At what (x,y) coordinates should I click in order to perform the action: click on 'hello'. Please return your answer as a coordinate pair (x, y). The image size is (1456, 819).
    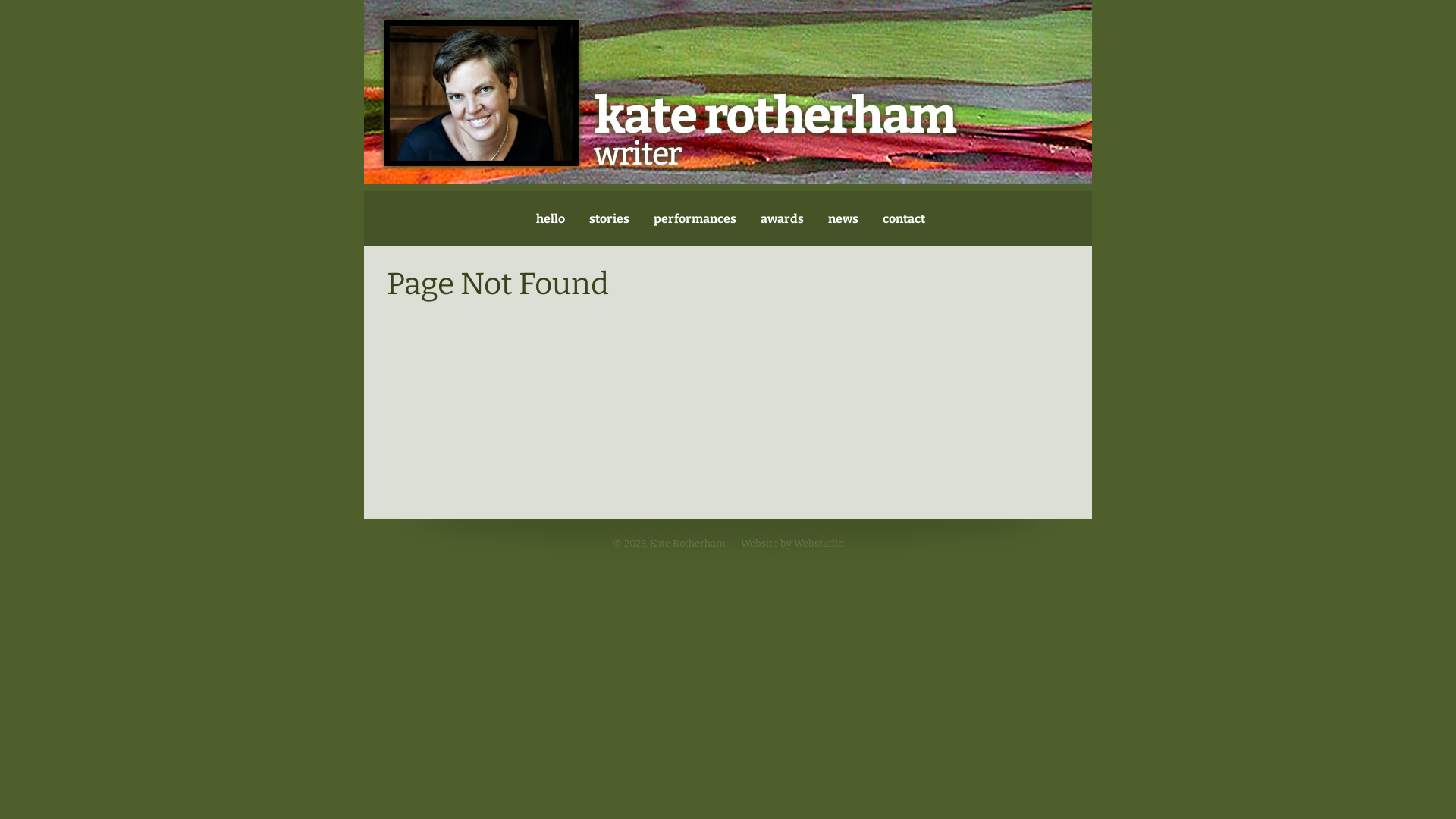
    Looking at the image, I should click on (548, 218).